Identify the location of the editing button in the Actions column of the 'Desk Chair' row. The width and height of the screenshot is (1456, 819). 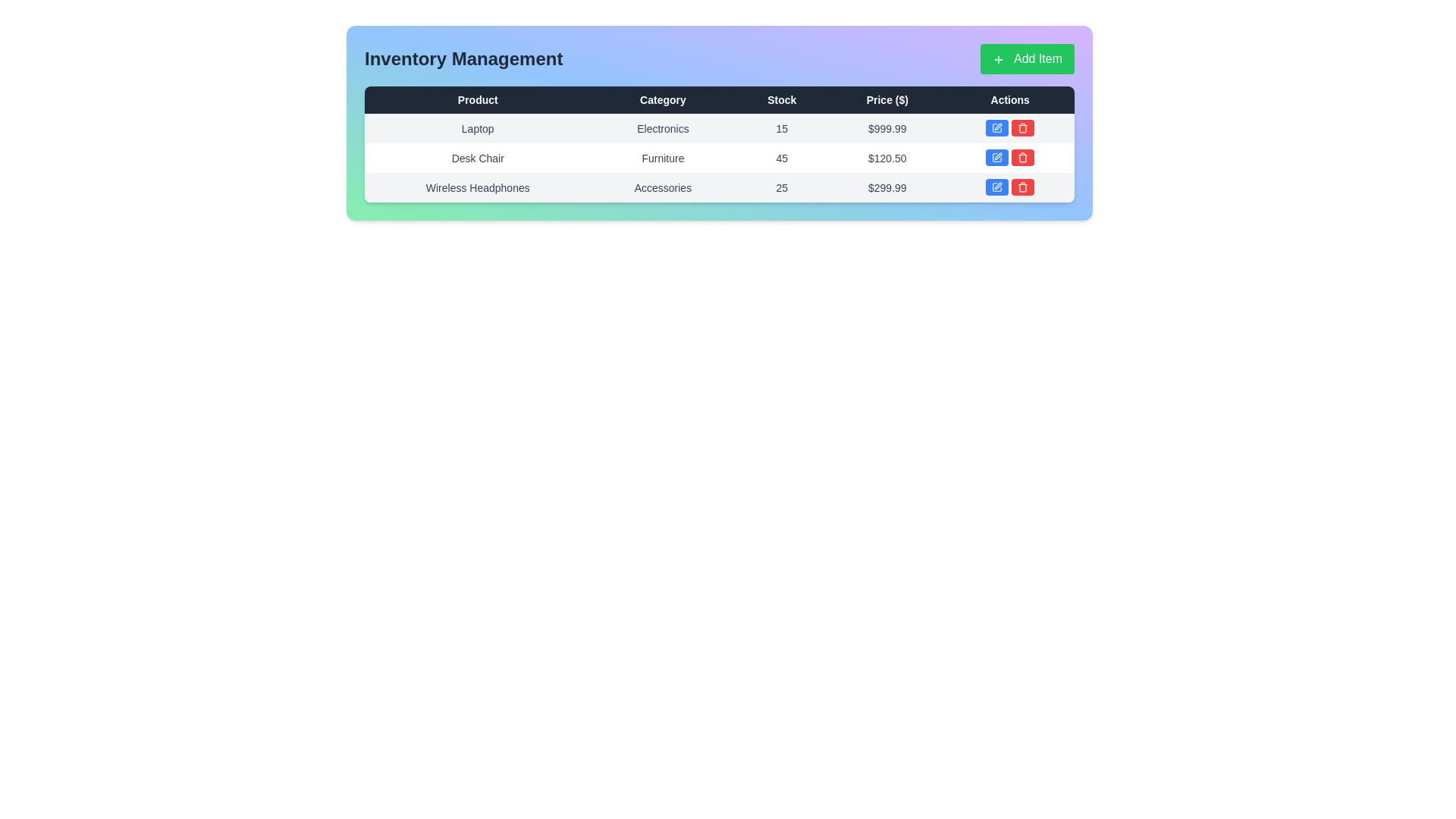
(1010, 158).